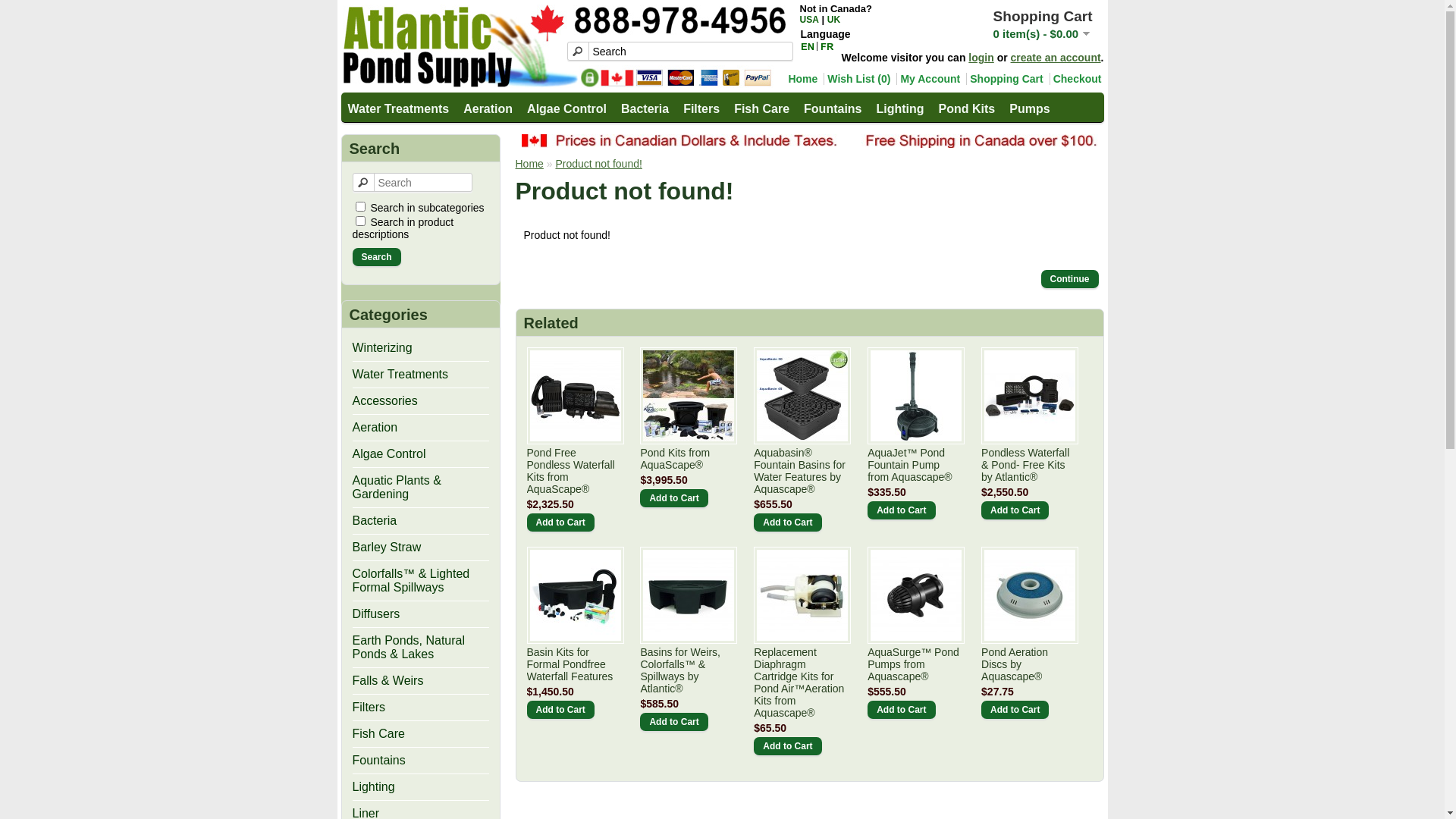 The width and height of the screenshot is (1456, 819). What do you see at coordinates (597, 164) in the screenshot?
I see `'Product not found!'` at bounding box center [597, 164].